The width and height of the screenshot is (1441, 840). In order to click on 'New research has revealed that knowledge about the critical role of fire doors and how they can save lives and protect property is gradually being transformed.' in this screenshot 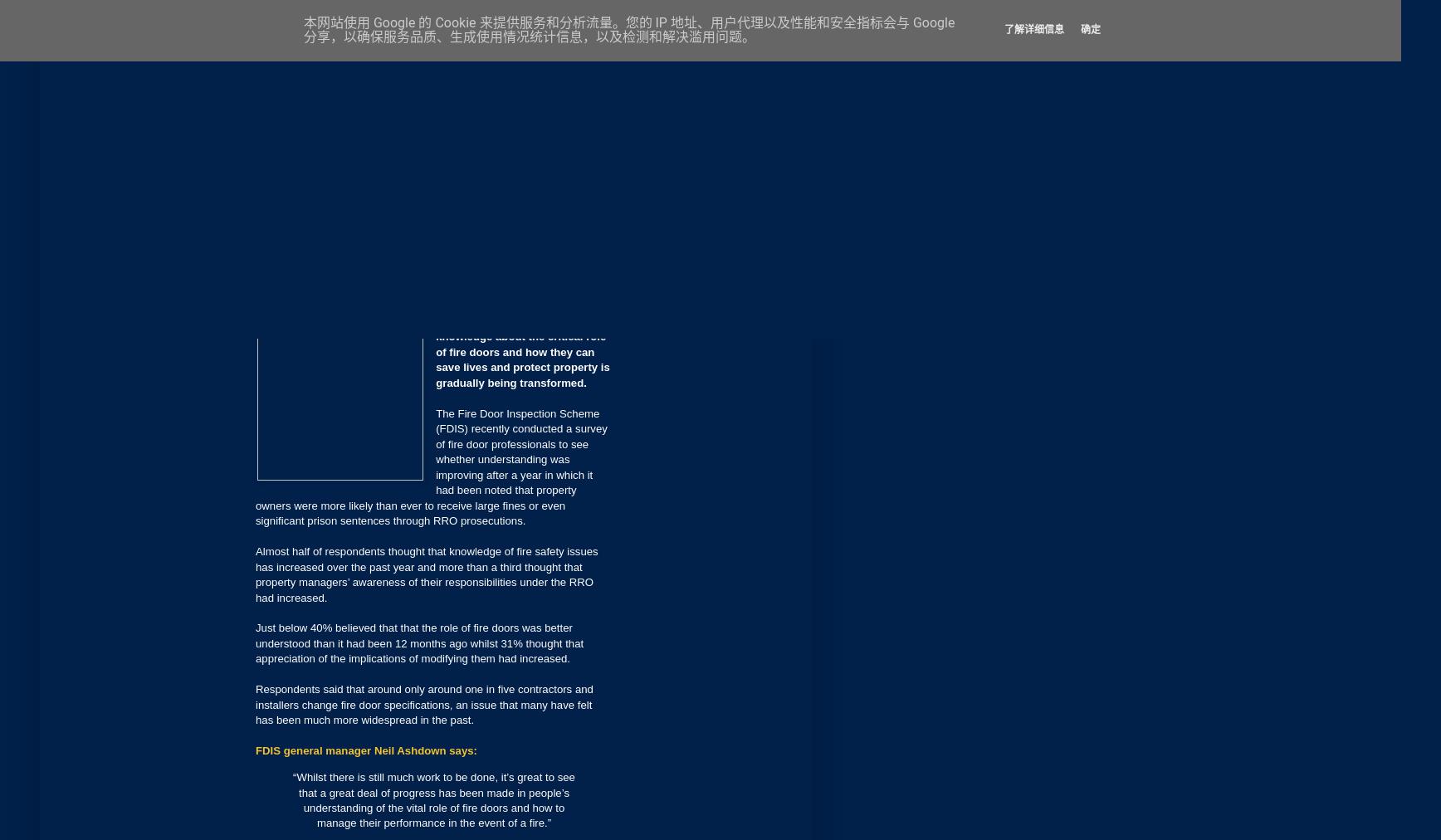, I will do `click(435, 351)`.